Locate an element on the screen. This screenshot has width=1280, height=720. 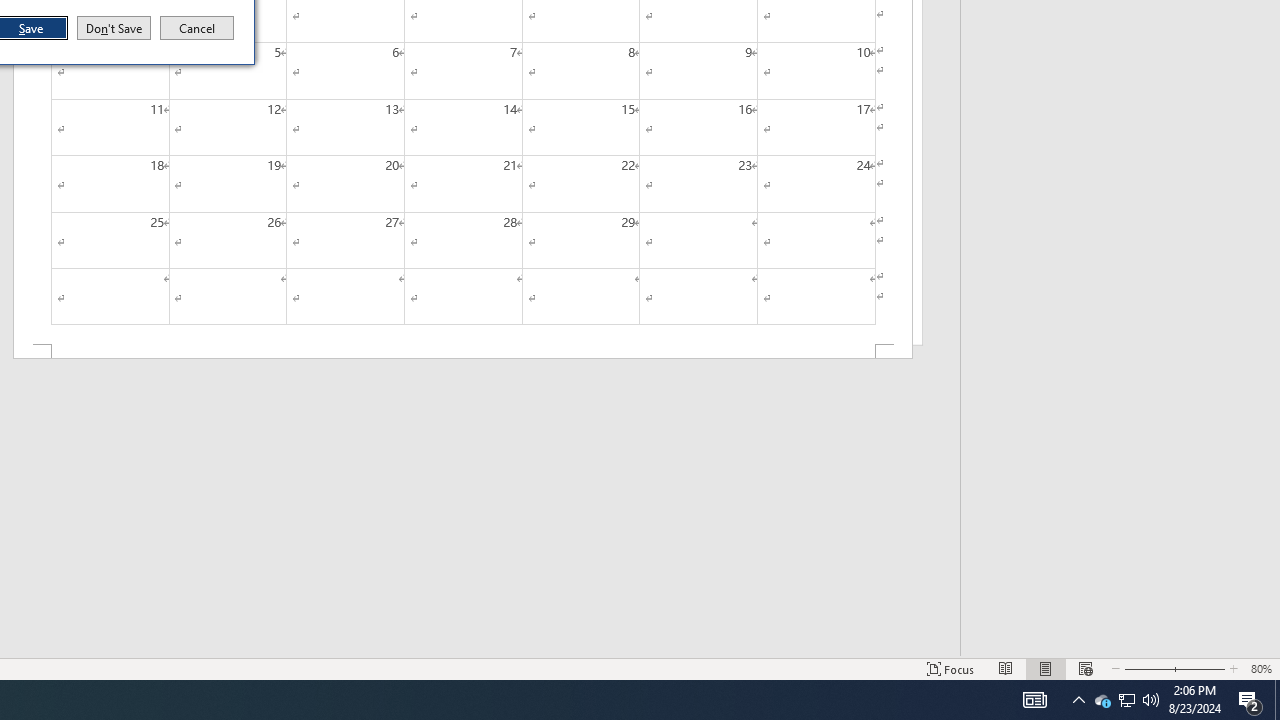
'Q2790: 100%' is located at coordinates (1127, 698).